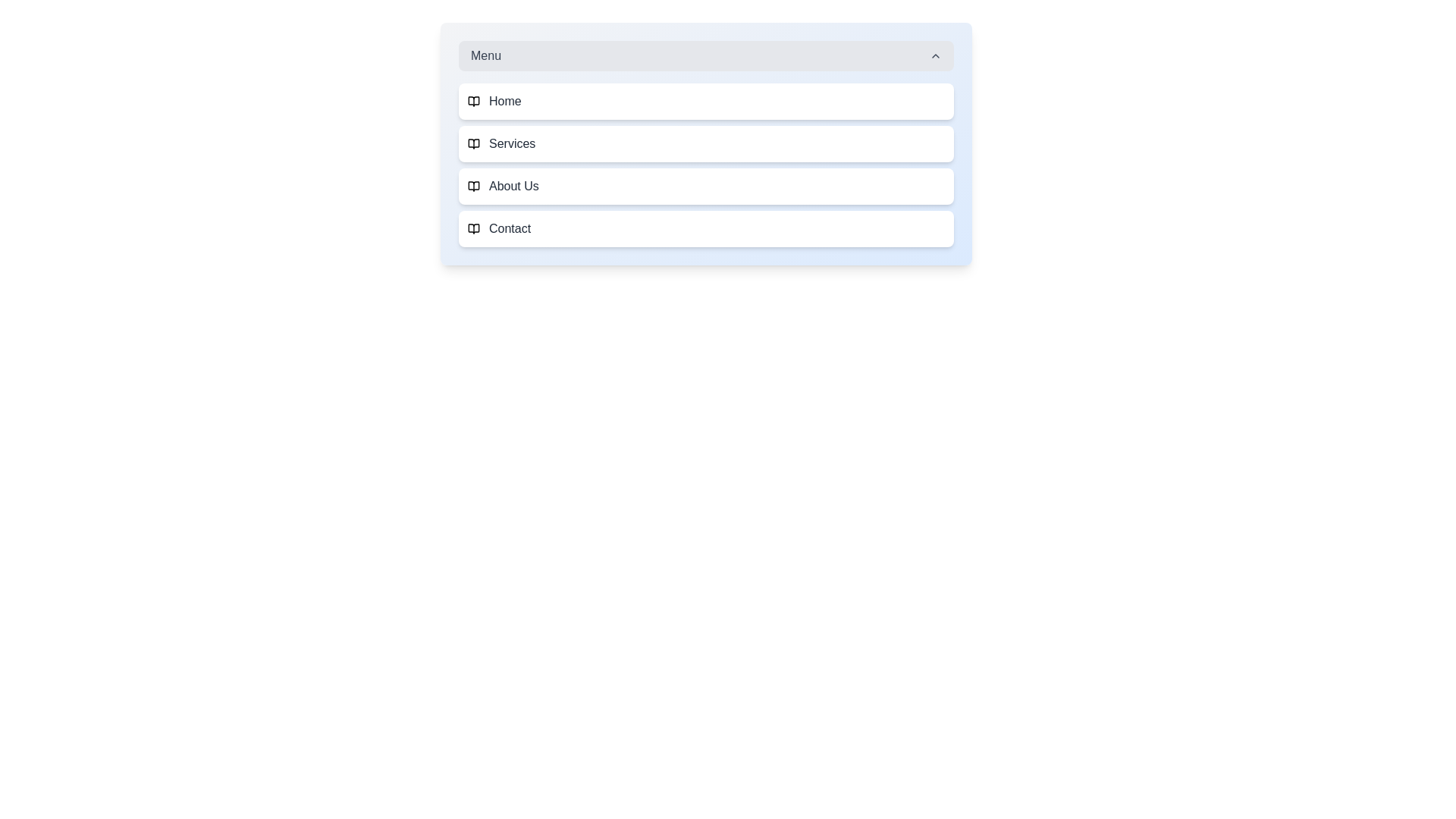 The image size is (1456, 819). What do you see at coordinates (705, 165) in the screenshot?
I see `the 'Services' navigation menu item, which is the second item in a vertical list of four menu items` at bounding box center [705, 165].